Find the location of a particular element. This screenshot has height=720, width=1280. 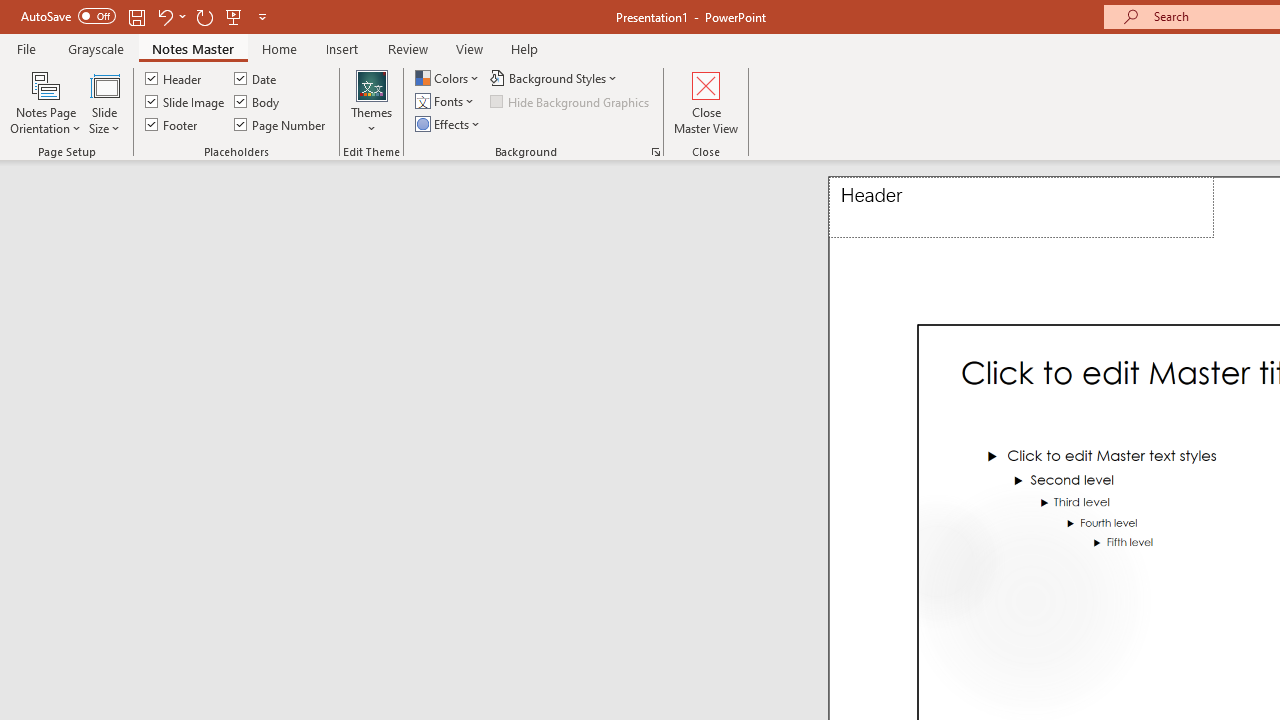

'Date' is located at coordinates (255, 77).